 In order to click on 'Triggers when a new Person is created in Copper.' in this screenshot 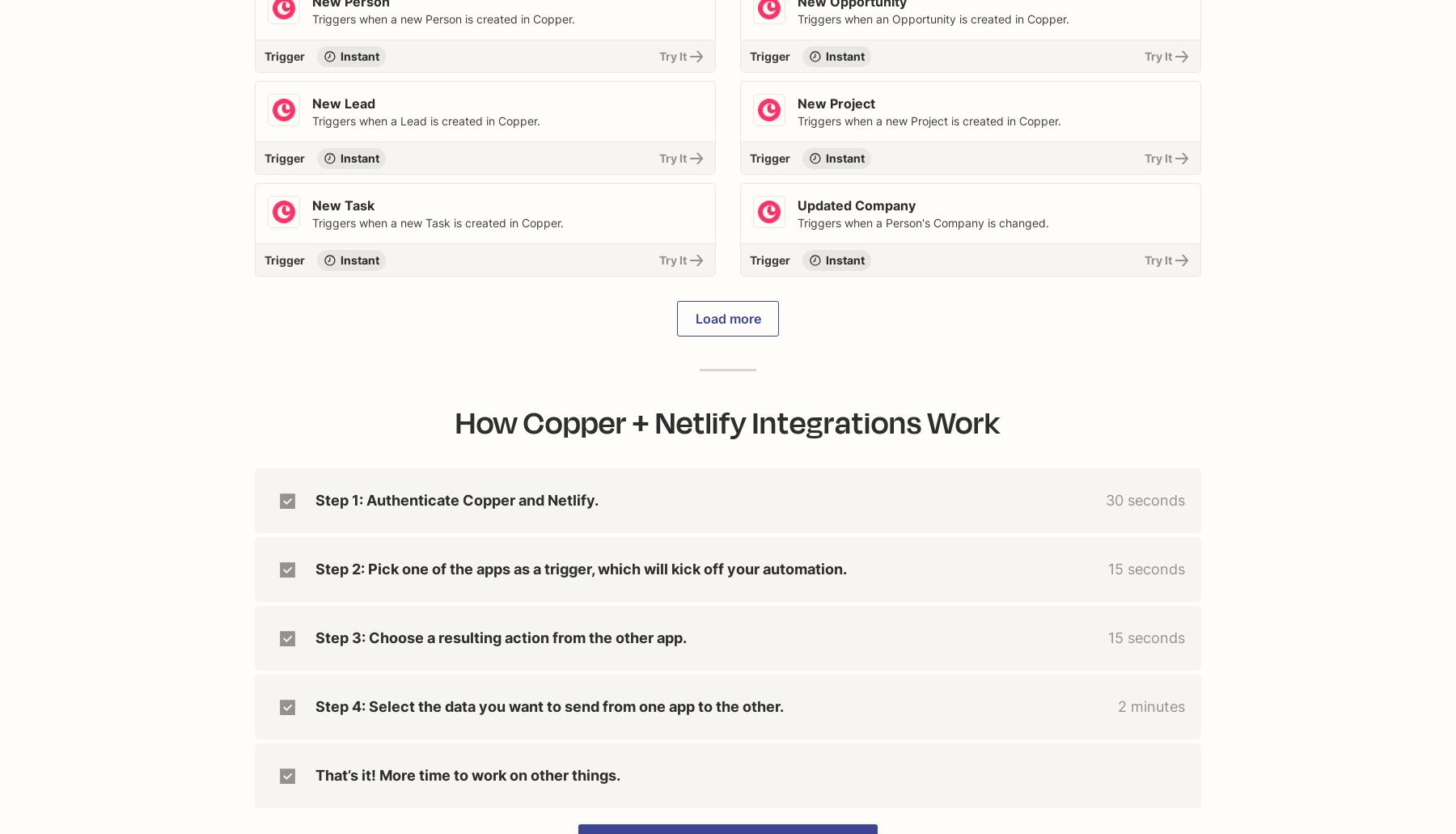, I will do `click(311, 19)`.